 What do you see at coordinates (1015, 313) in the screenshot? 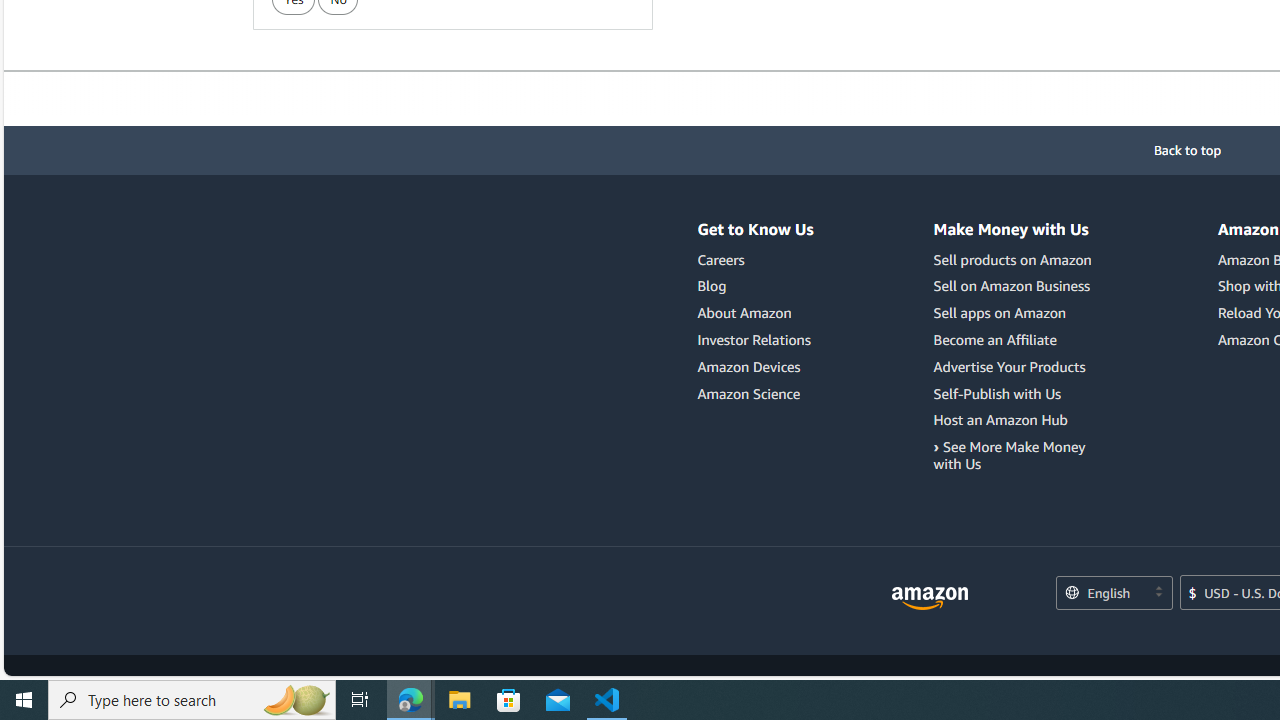
I see `'Sell apps on Amazon'` at bounding box center [1015, 313].